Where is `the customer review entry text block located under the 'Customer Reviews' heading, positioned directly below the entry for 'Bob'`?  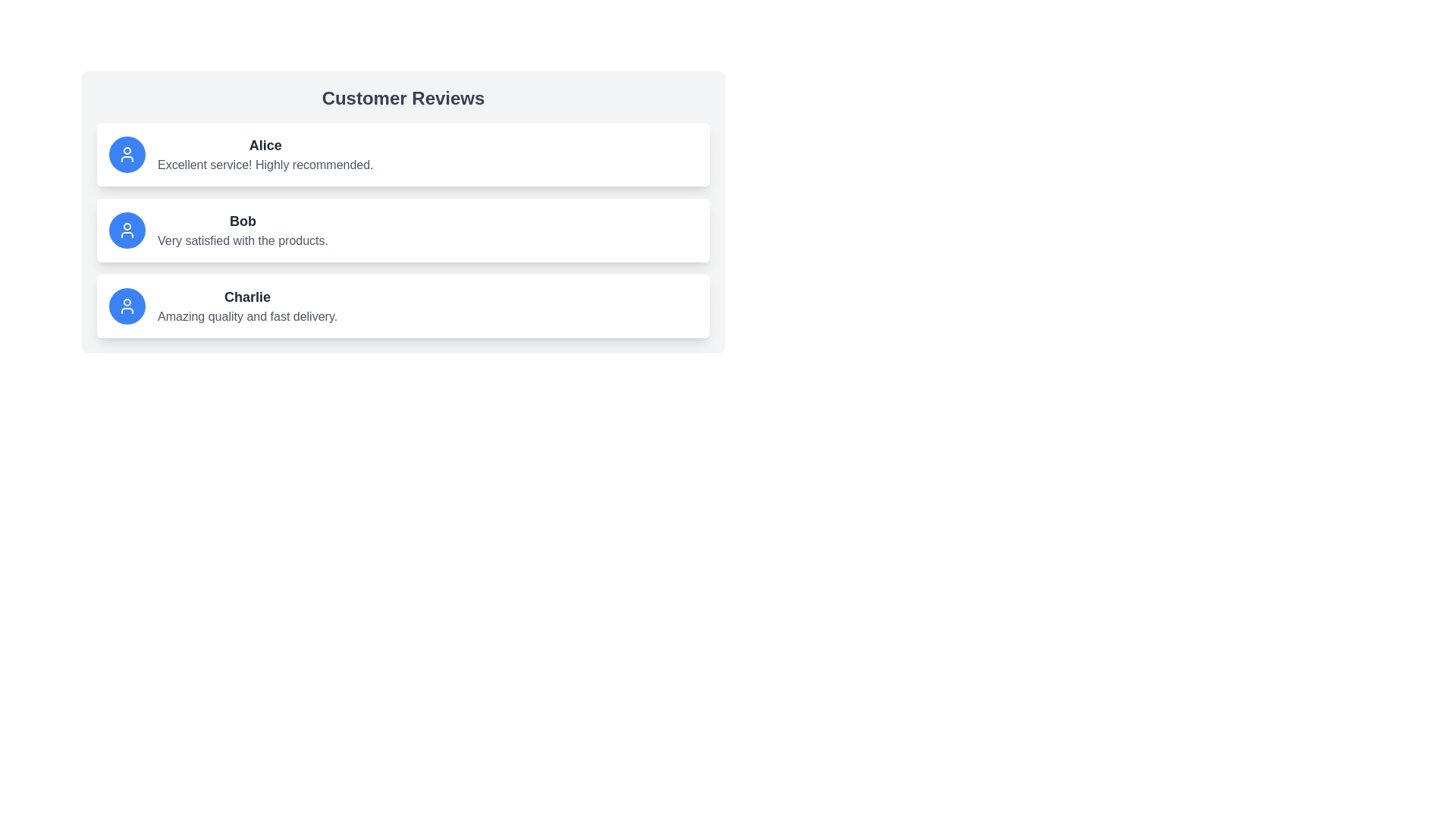
the customer review entry text block located under the 'Customer Reviews' heading, positioned directly below the entry for 'Bob' is located at coordinates (247, 306).